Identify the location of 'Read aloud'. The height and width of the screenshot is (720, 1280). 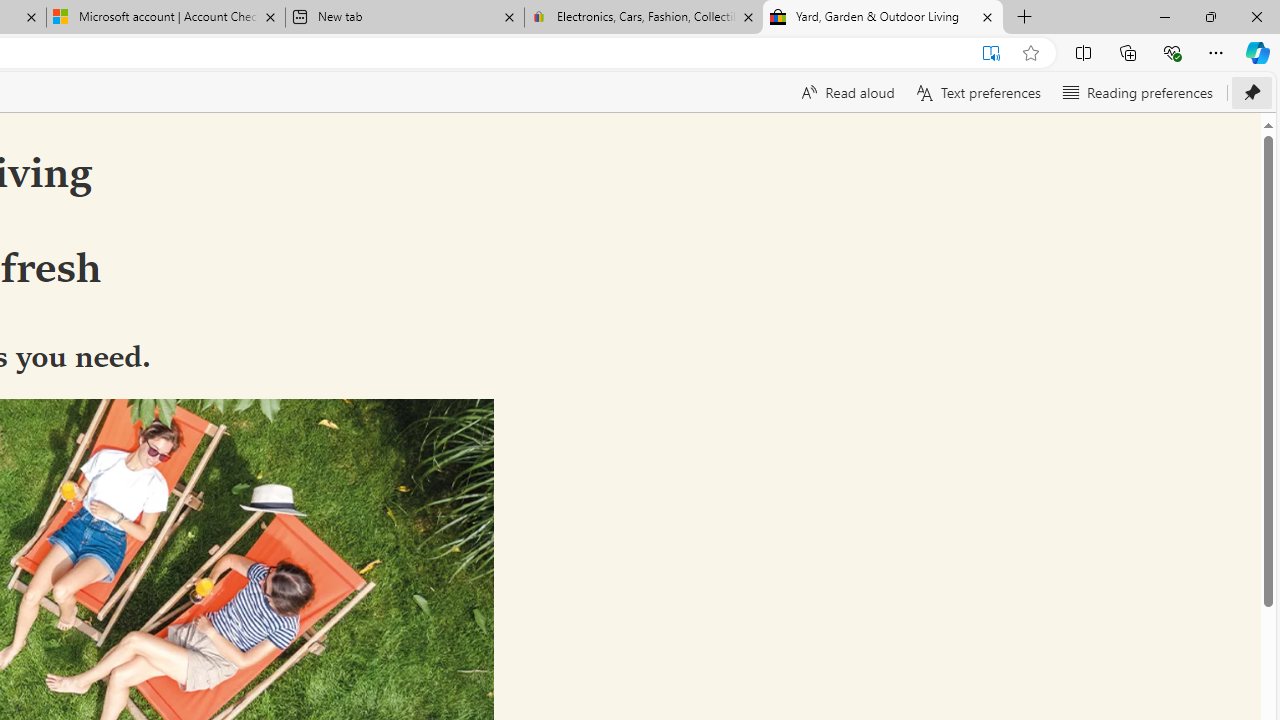
(846, 92).